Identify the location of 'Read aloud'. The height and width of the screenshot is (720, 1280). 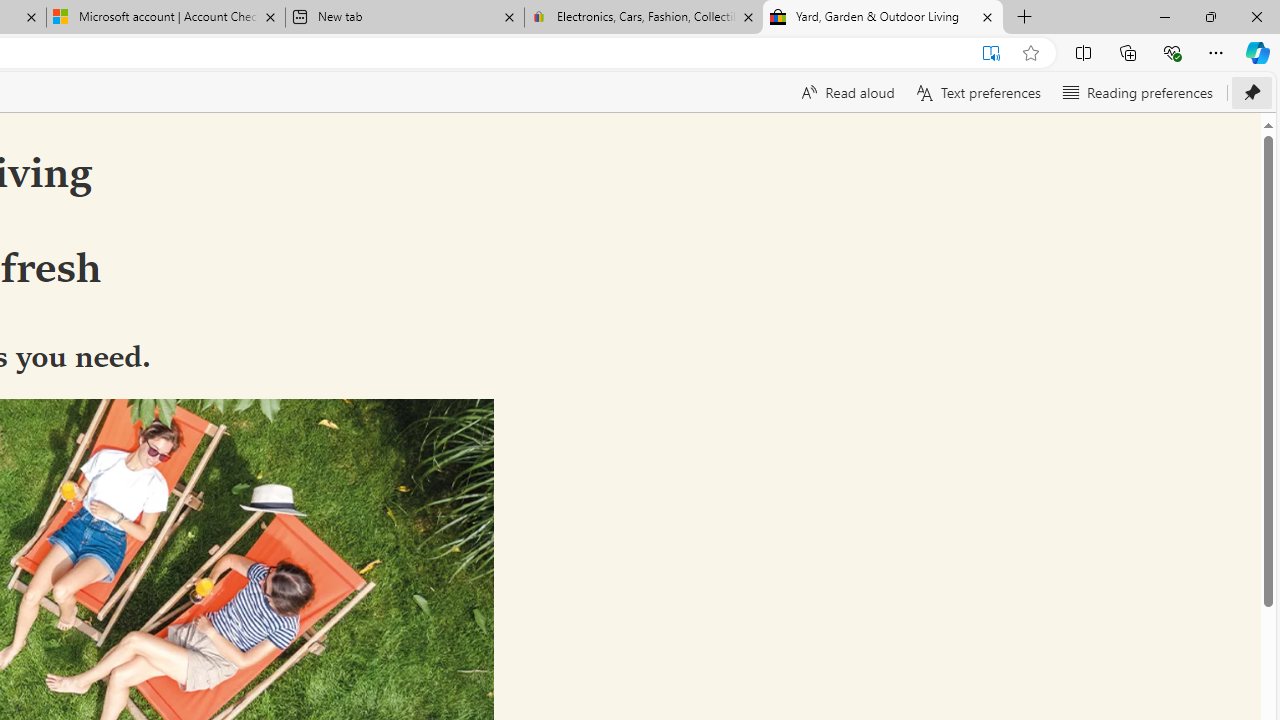
(846, 92).